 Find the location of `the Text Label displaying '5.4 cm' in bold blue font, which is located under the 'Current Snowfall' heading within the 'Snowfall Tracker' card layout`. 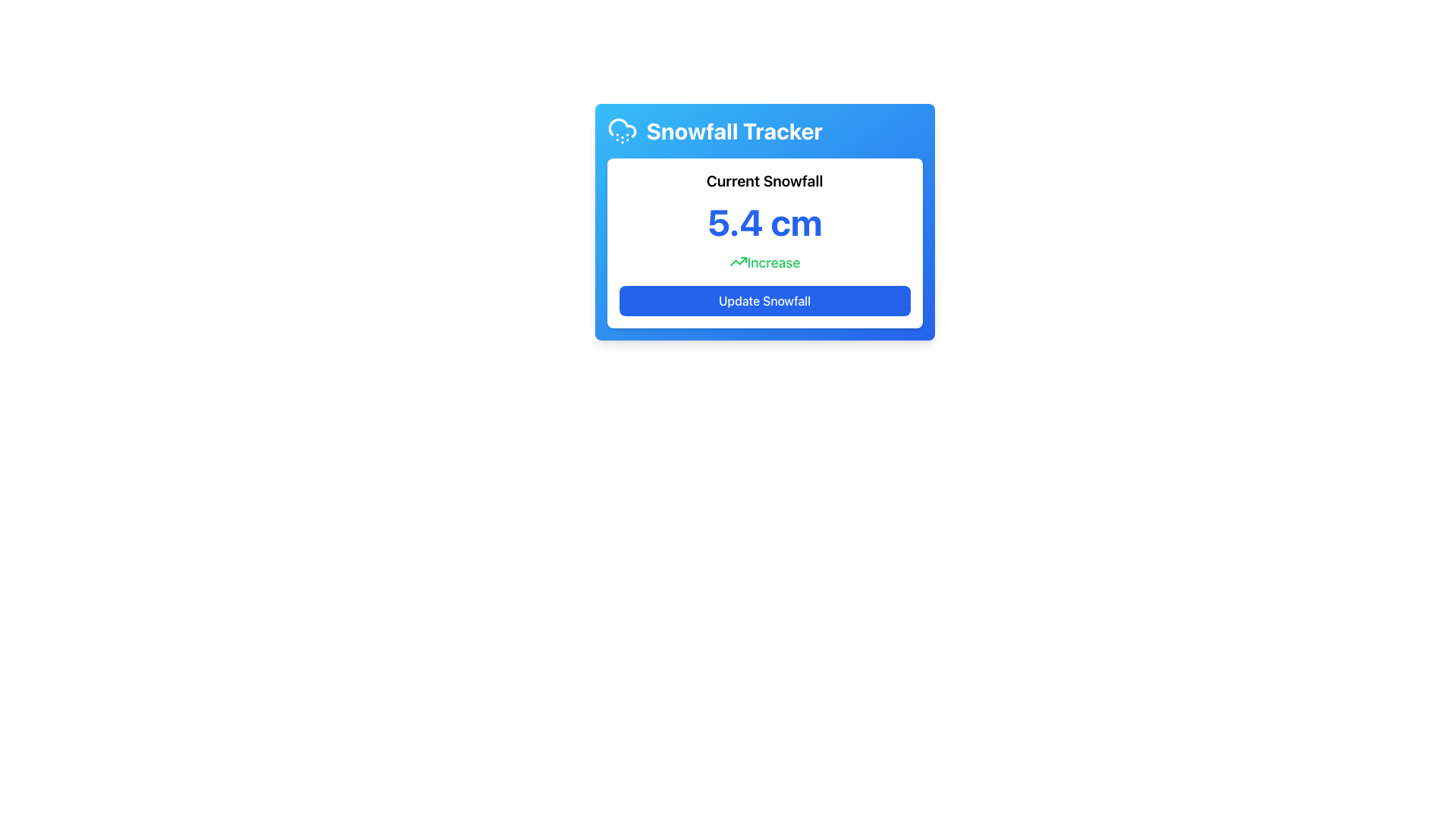

the Text Label displaying '5.4 cm' in bold blue font, which is located under the 'Current Snowfall' heading within the 'Snowfall Tracker' card layout is located at coordinates (764, 222).